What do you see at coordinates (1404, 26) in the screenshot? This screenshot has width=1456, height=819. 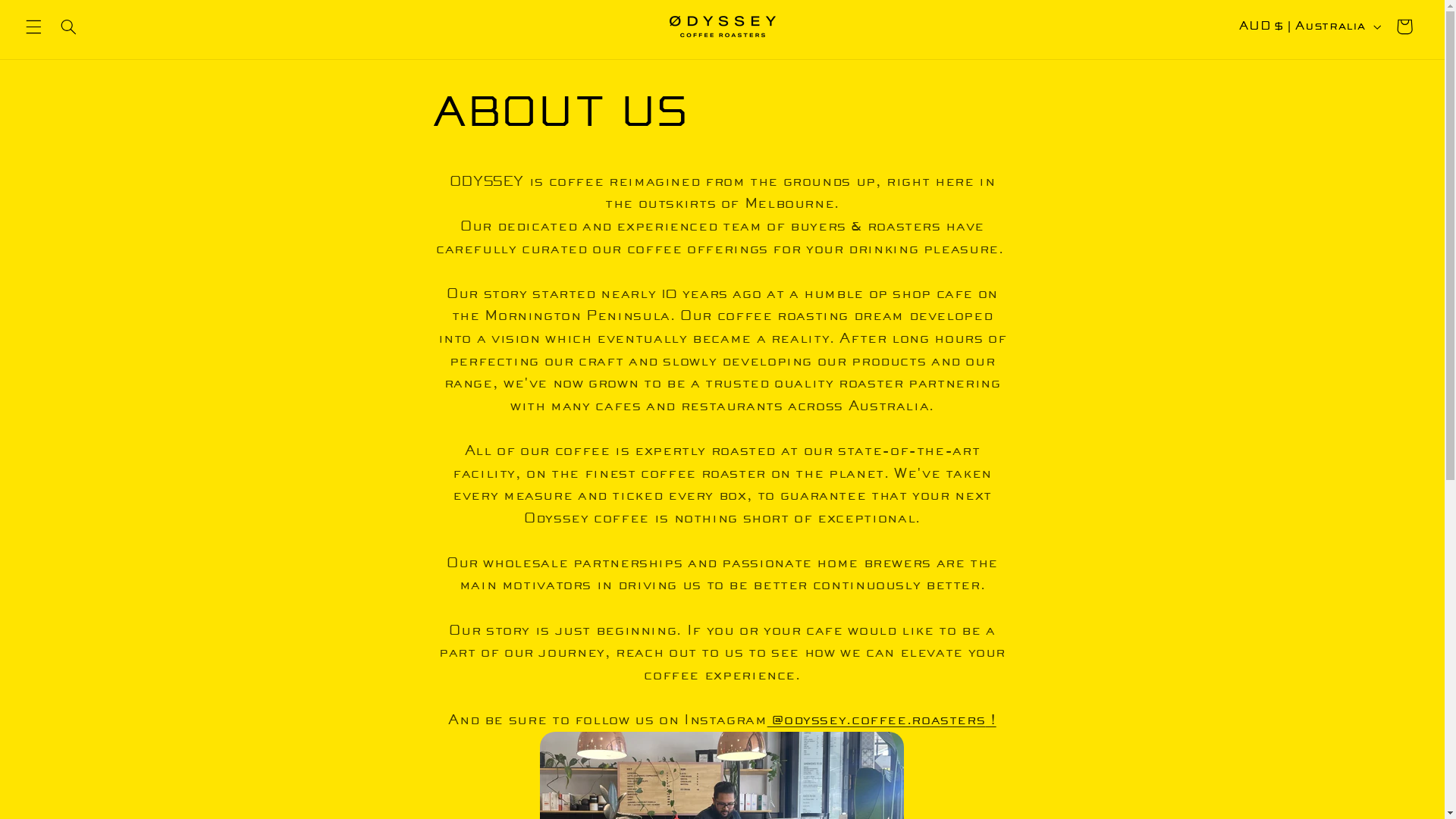 I see `'Cart'` at bounding box center [1404, 26].